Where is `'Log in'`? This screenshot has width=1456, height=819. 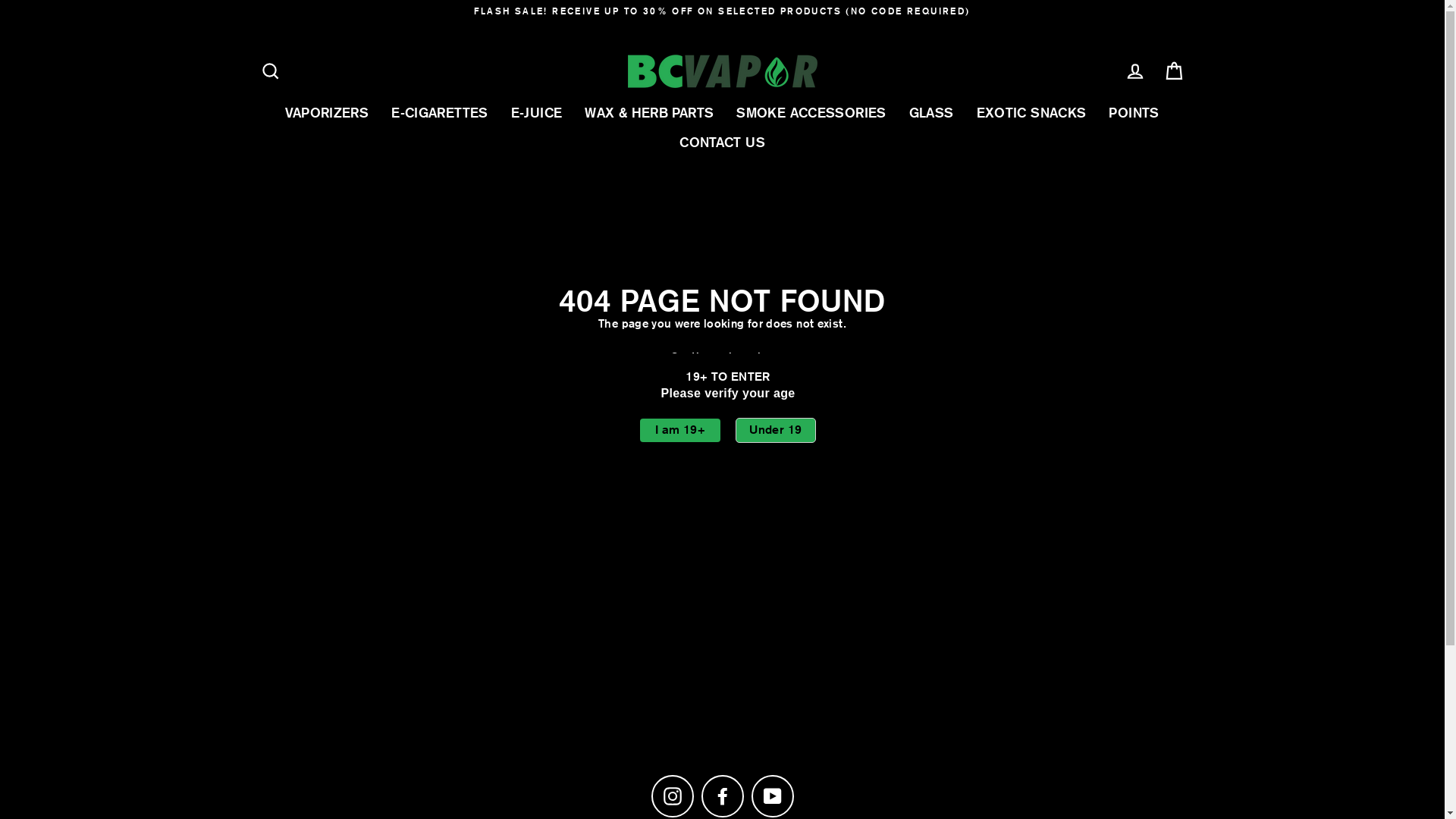
'Log in' is located at coordinates (1114, 71).